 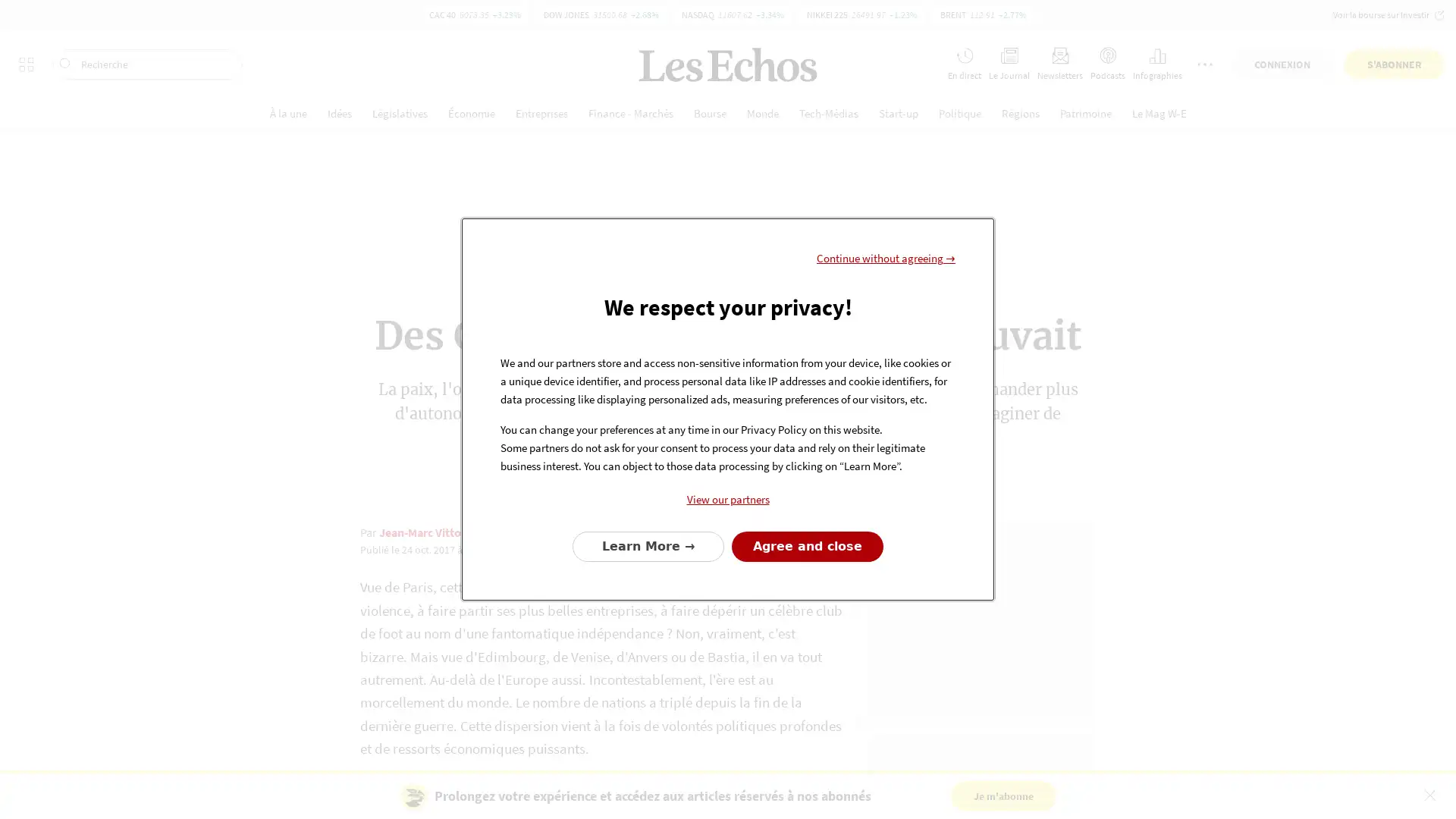 I want to click on Plus de services, so click(x=1203, y=20).